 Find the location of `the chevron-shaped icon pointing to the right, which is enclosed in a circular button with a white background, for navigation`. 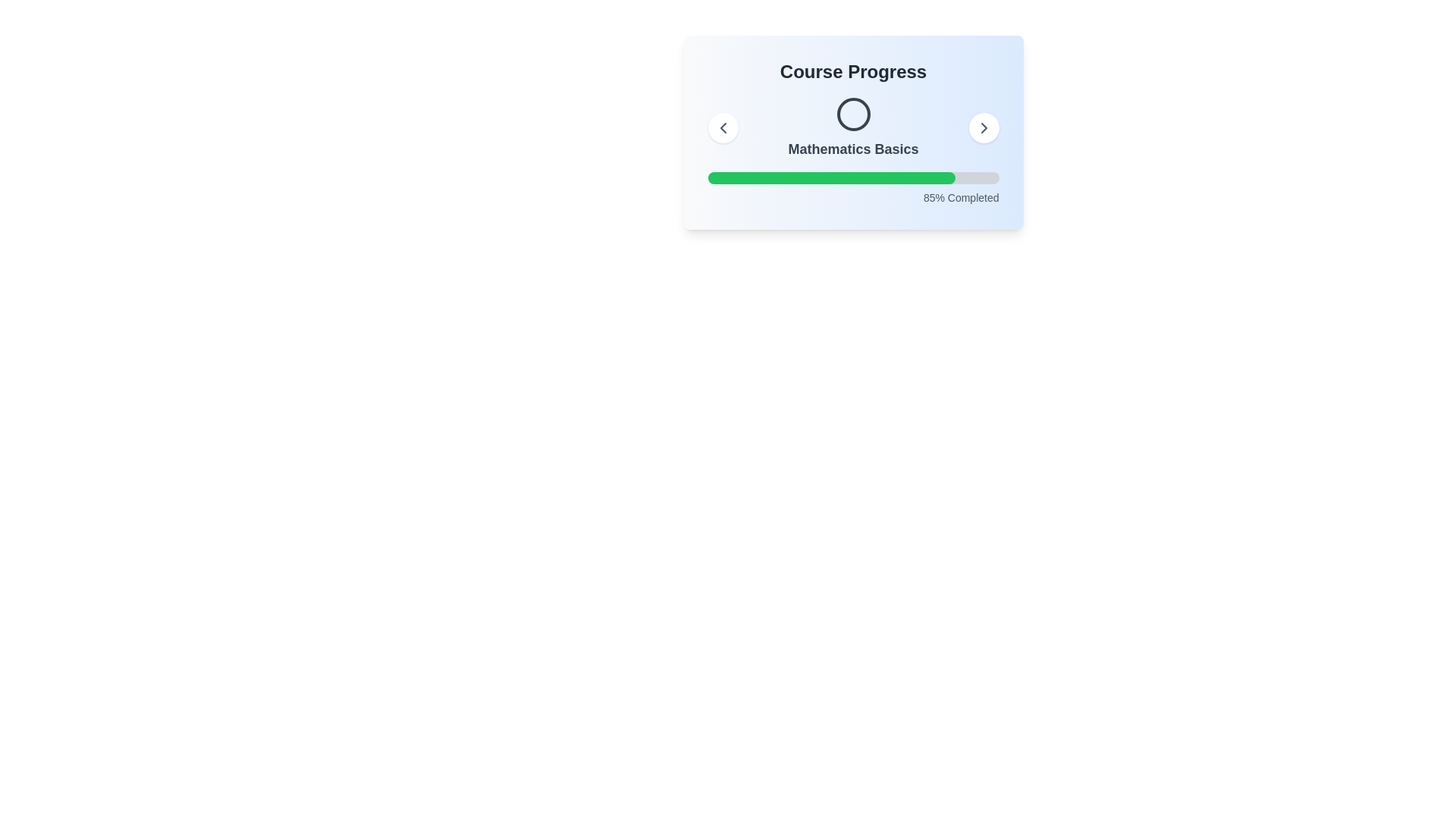

the chevron-shaped icon pointing to the right, which is enclosed in a circular button with a white background, for navigation is located at coordinates (984, 127).